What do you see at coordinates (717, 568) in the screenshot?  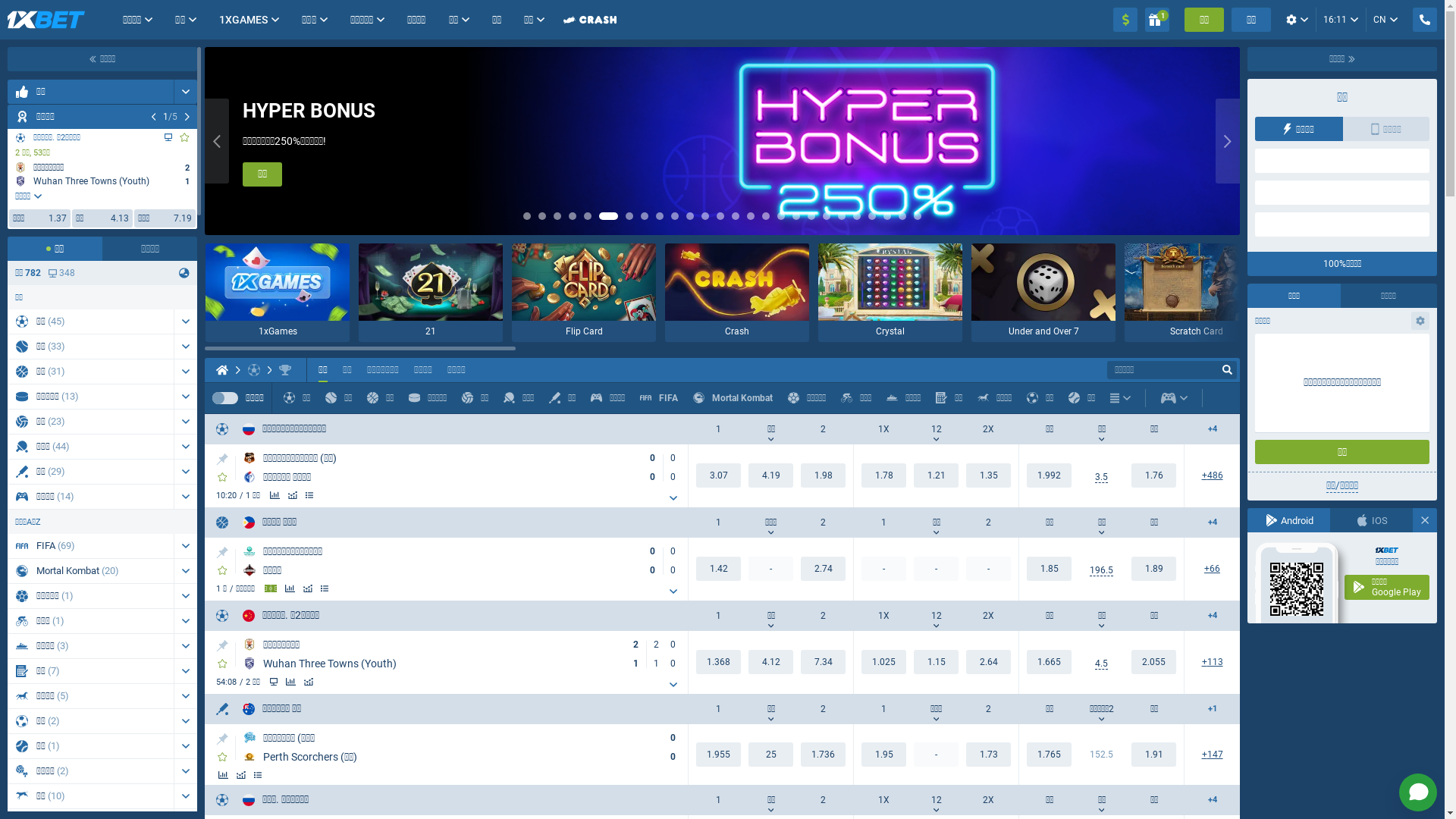 I see `'1.42'` at bounding box center [717, 568].